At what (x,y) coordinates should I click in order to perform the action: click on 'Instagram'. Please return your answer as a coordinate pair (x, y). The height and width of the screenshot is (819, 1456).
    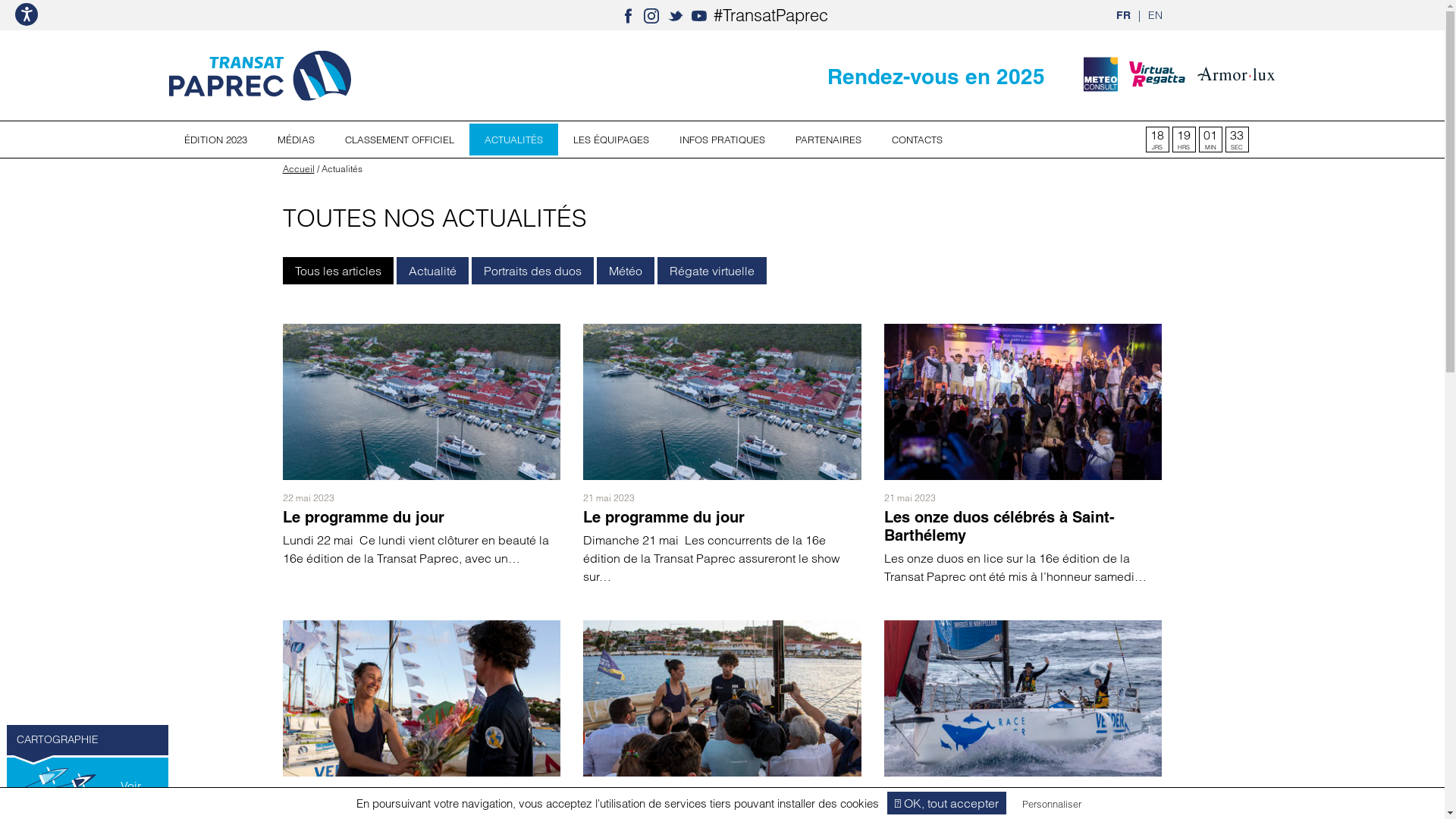
    Looking at the image, I should click on (651, 14).